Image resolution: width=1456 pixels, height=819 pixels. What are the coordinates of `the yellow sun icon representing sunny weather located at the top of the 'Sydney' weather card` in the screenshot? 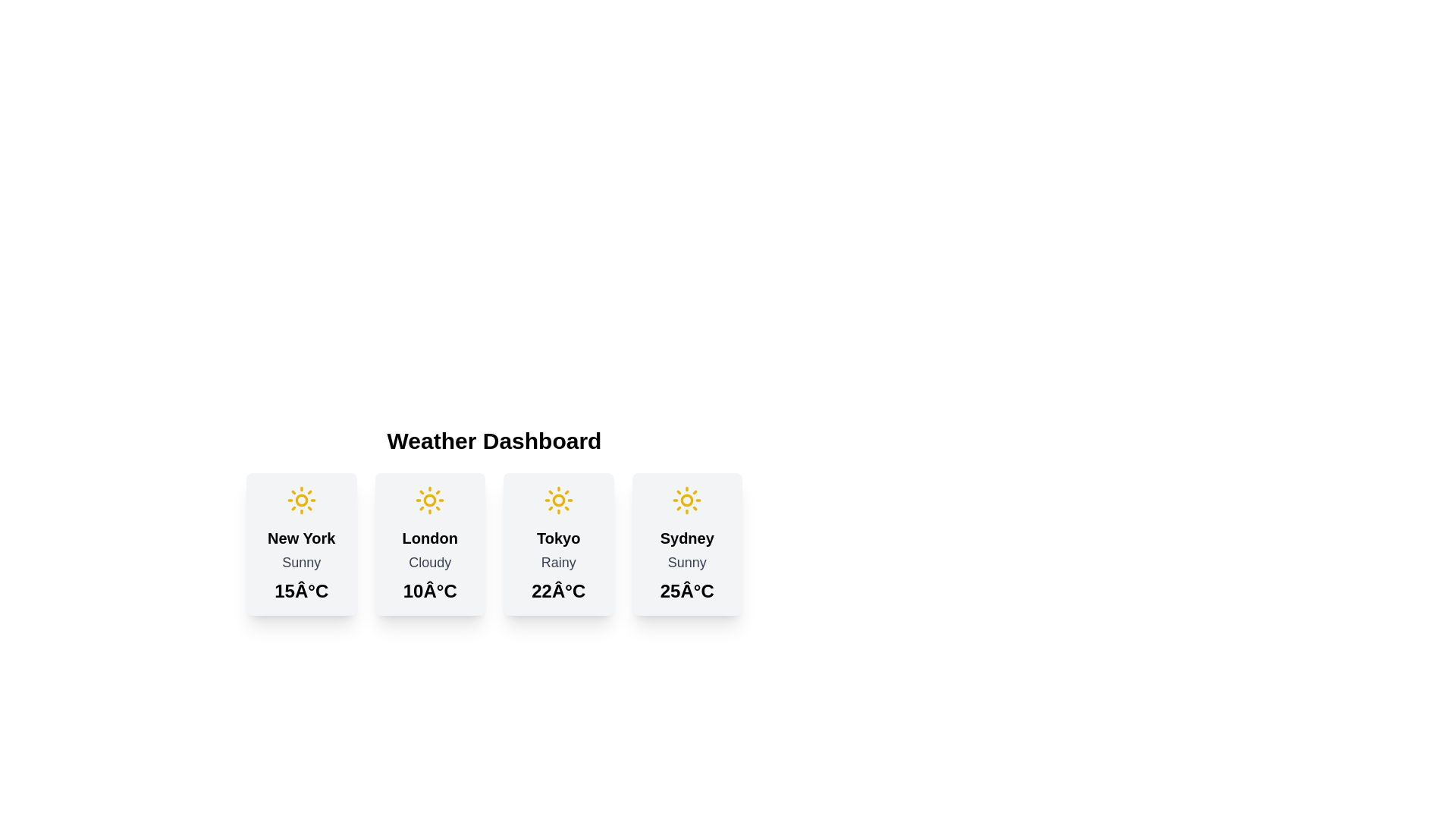 It's located at (686, 500).